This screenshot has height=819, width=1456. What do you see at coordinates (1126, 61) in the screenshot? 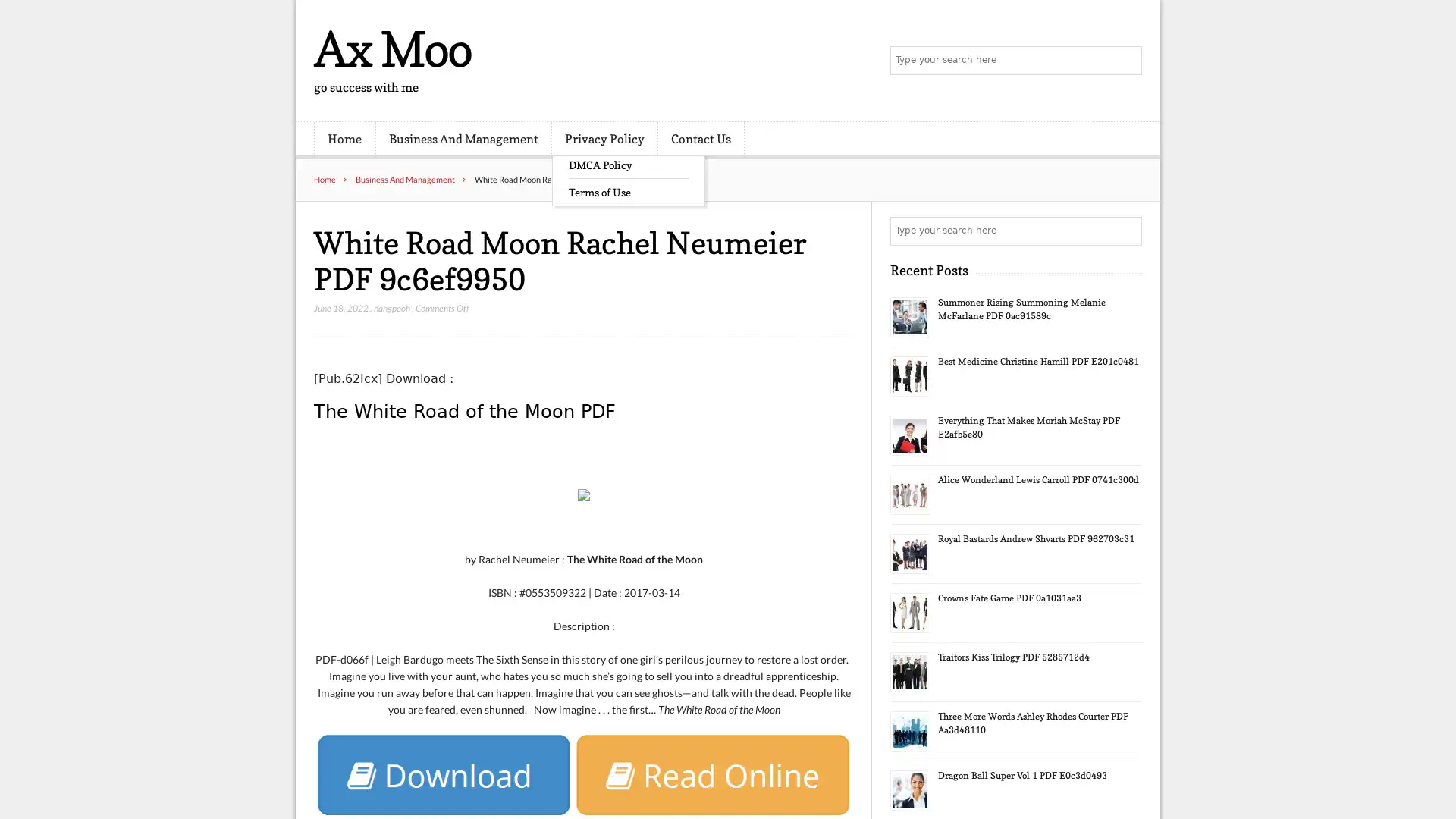
I see `Search` at bounding box center [1126, 61].